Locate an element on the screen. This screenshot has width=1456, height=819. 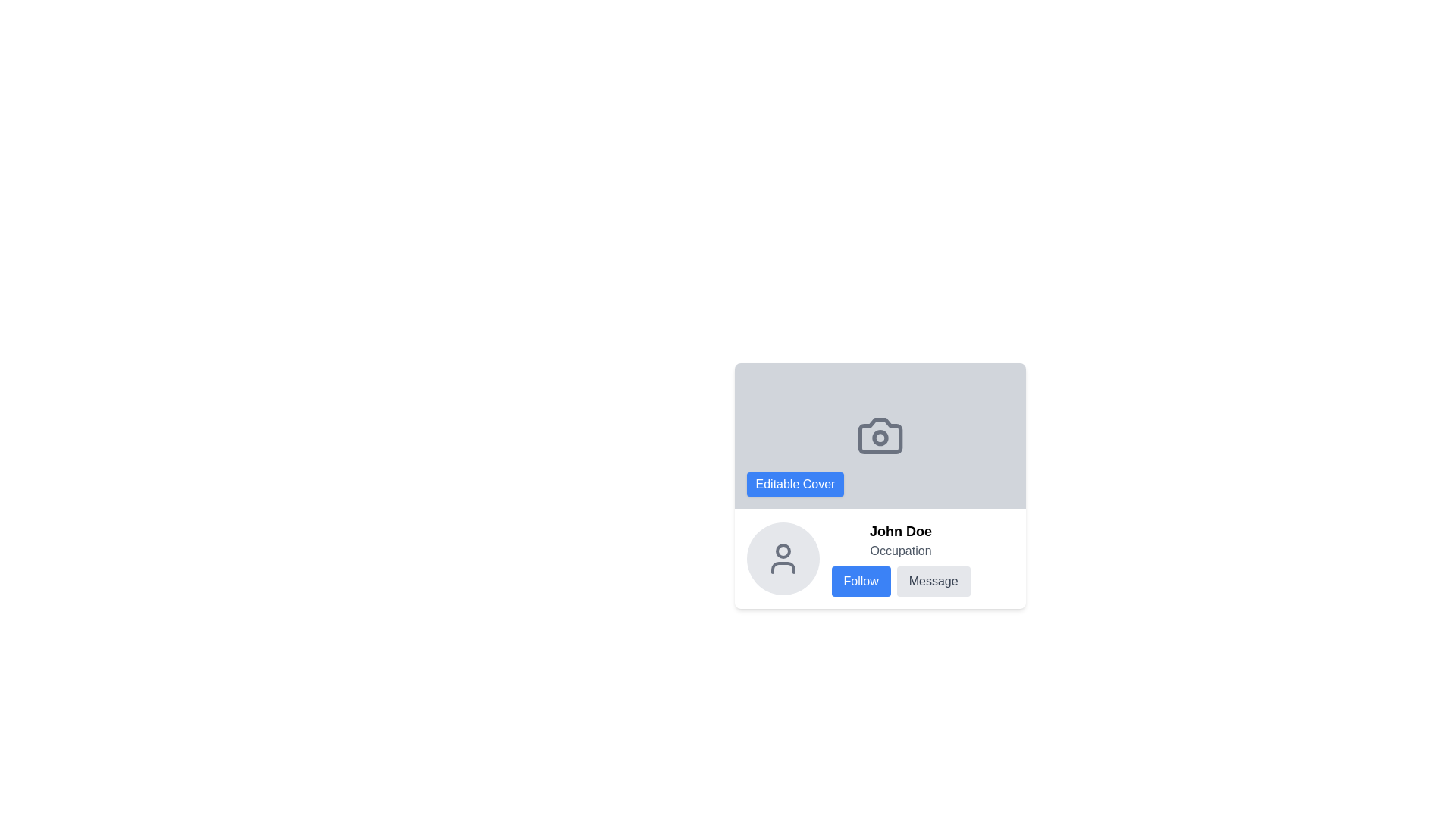
the Text Label that describes the profile information, positioned directly under 'John Doe' is located at coordinates (901, 551).